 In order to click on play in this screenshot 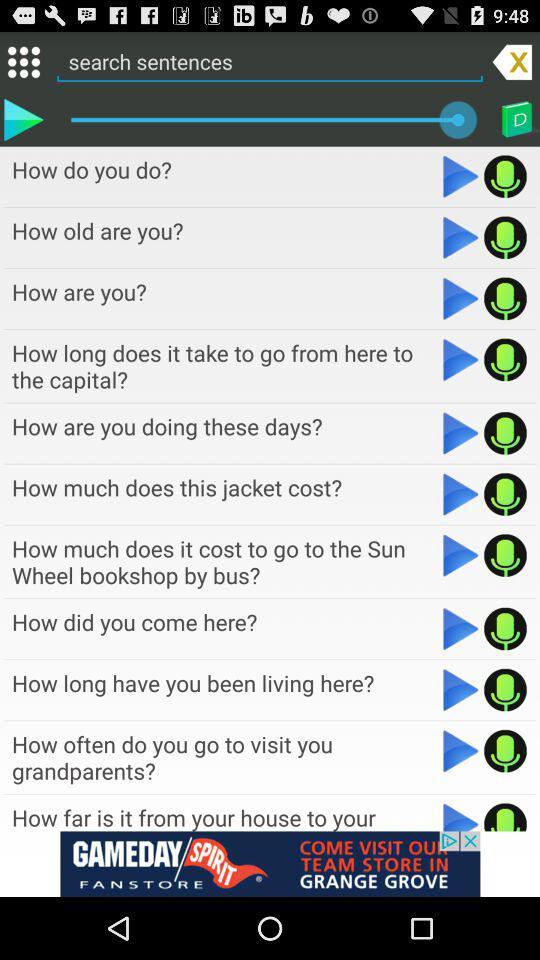, I will do `click(504, 237)`.